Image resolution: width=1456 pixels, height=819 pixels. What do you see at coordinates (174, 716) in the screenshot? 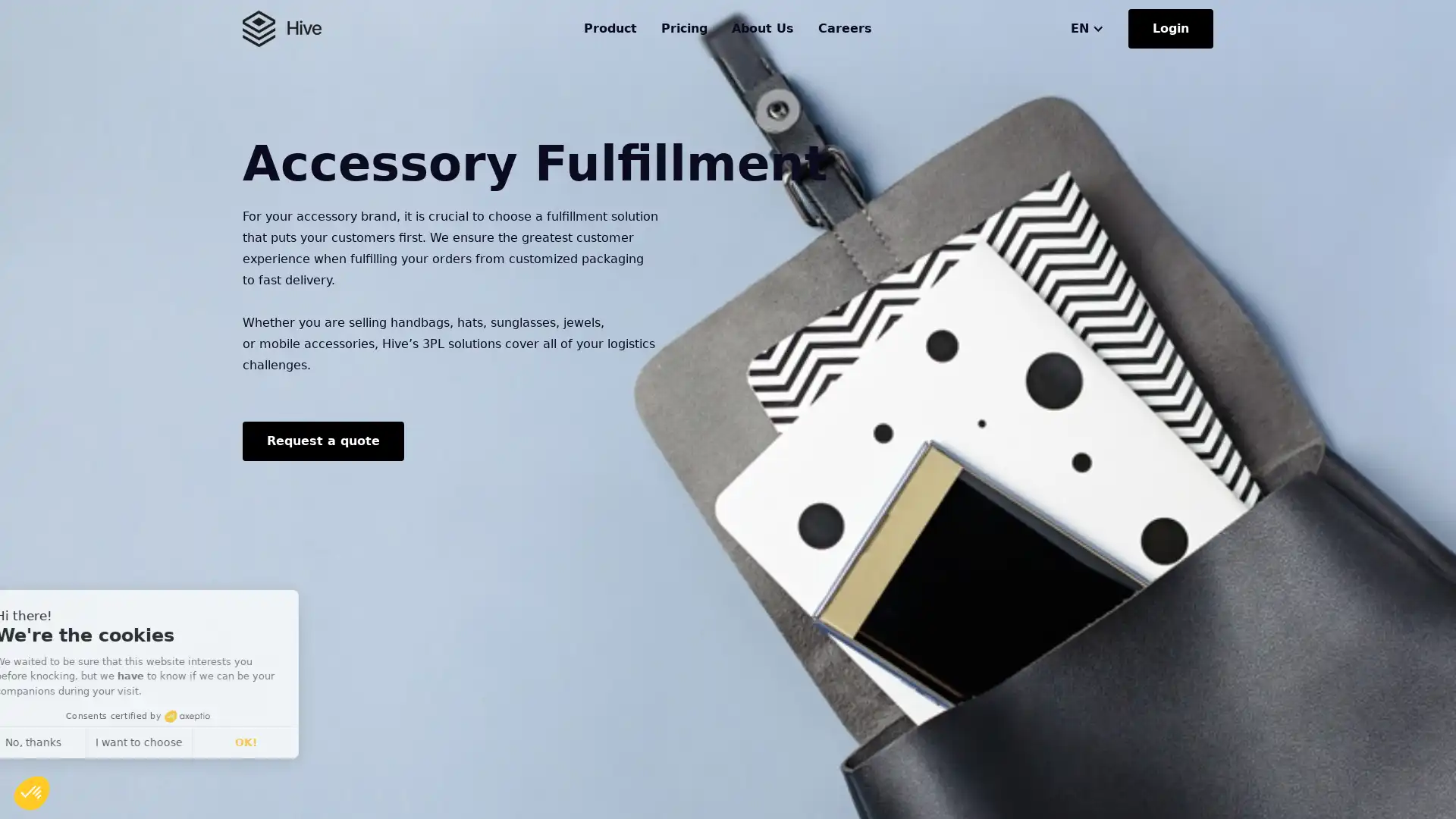
I see `Consents certified by` at bounding box center [174, 716].